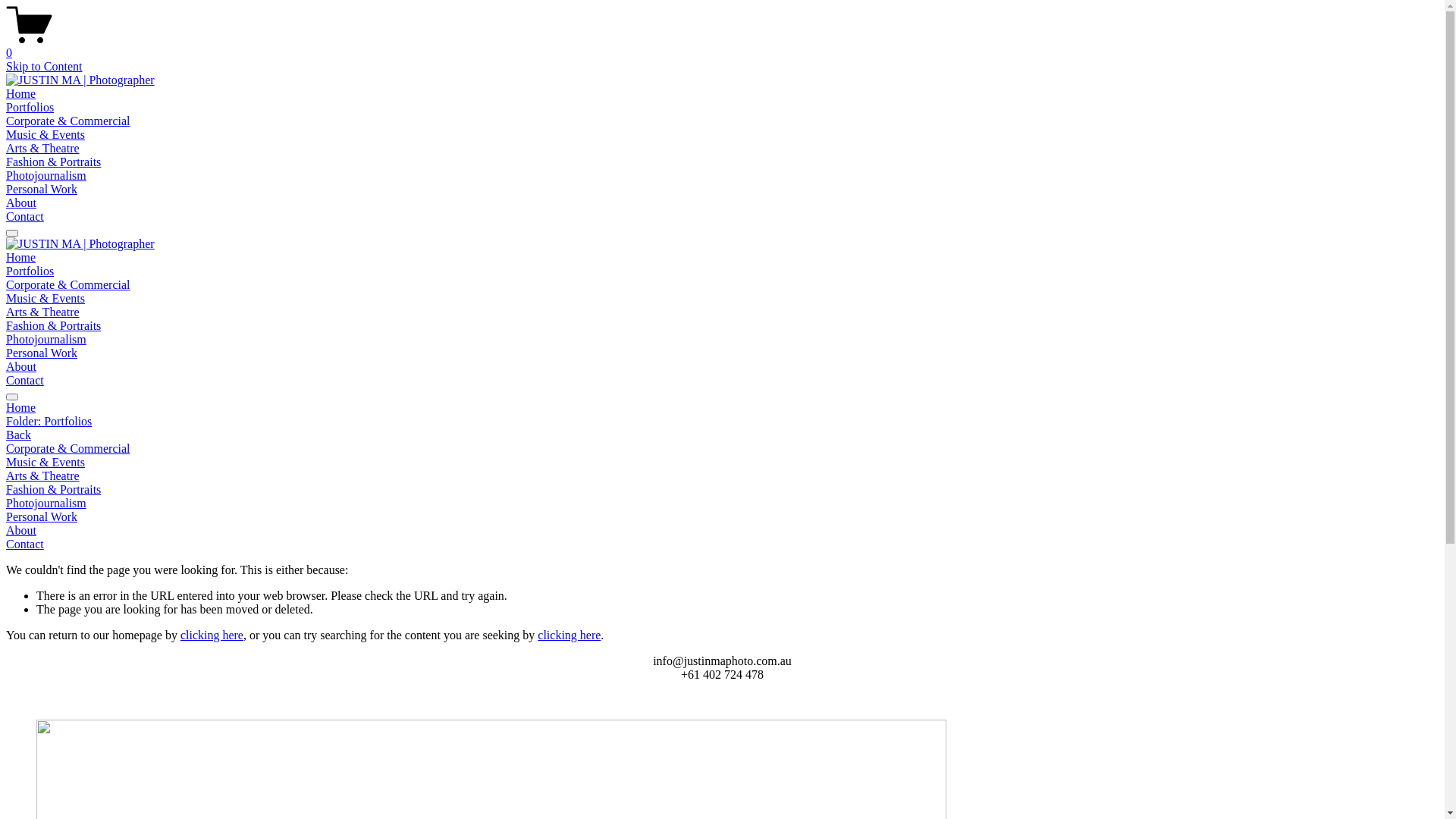  What do you see at coordinates (721, 447) in the screenshot?
I see `'Corporate & Commercial'` at bounding box center [721, 447].